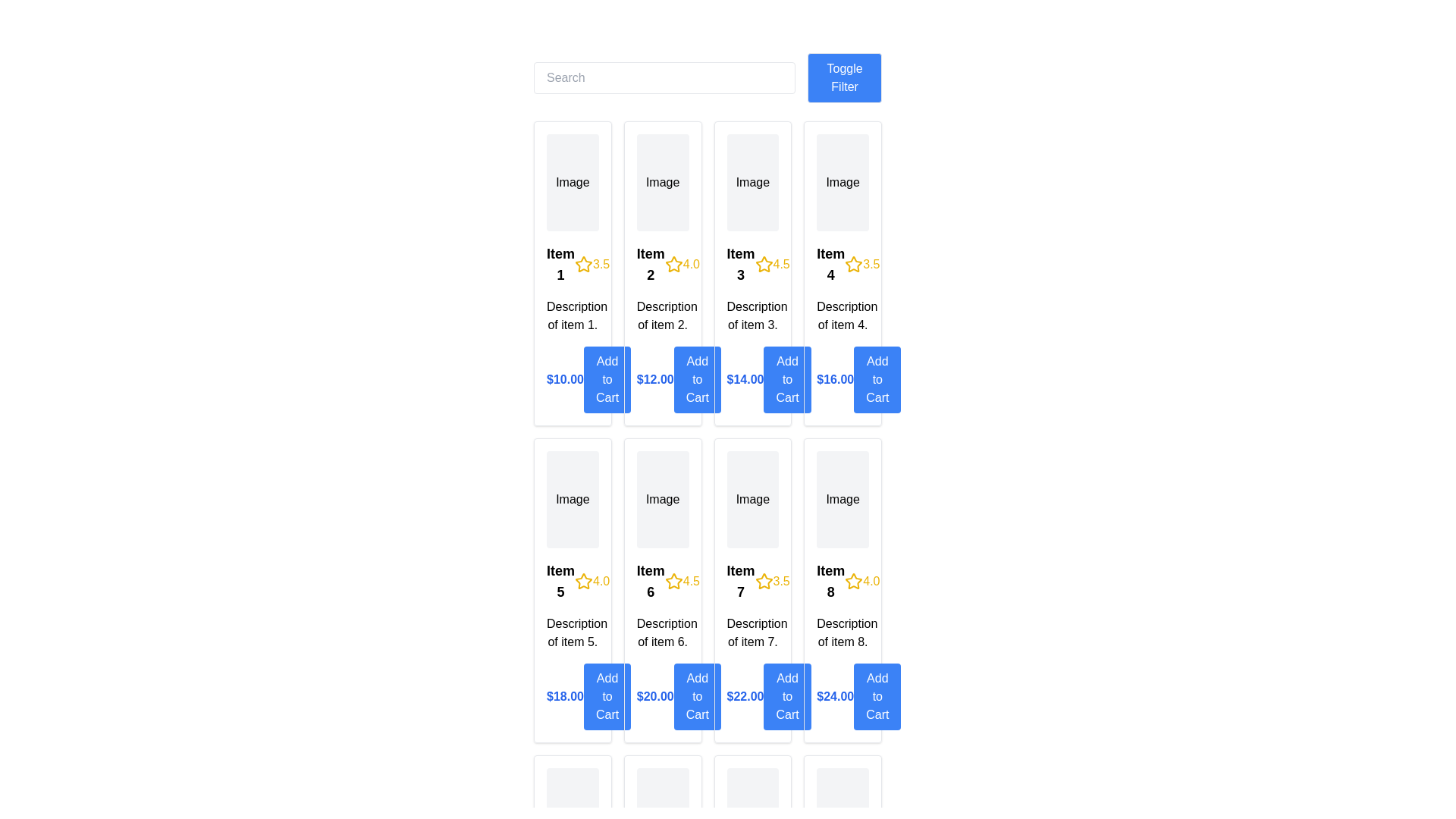  Describe the element at coordinates (582, 263) in the screenshot. I see `the five-pointed star icon outlined in yellow, which is part of the rating display for 'Item 1' in the top-left quadrant of the interface` at that location.